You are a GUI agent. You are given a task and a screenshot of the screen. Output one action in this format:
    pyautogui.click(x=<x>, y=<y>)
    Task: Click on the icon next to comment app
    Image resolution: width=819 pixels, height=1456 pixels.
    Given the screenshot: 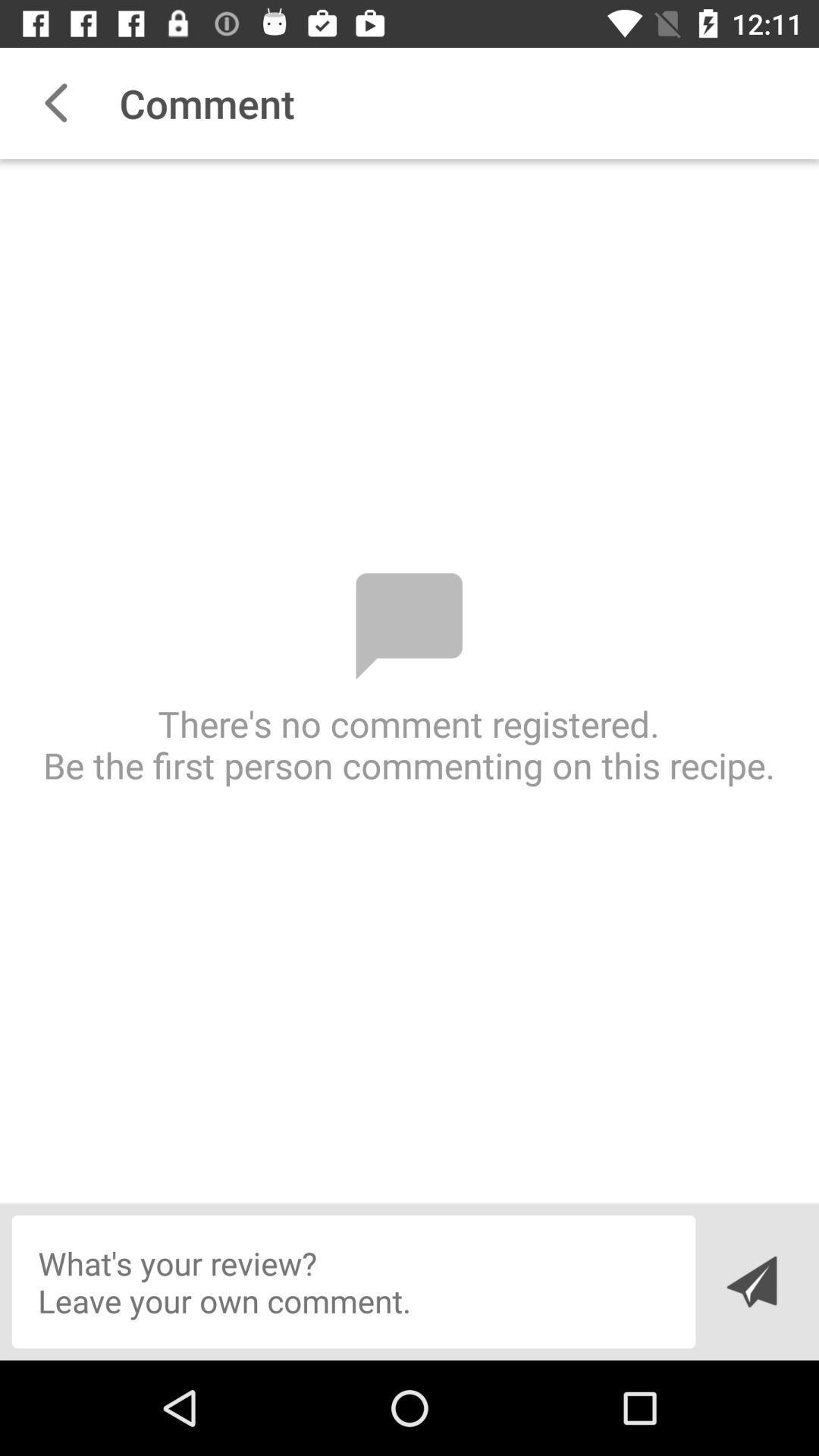 What is the action you would take?
    pyautogui.click(x=55, y=102)
    